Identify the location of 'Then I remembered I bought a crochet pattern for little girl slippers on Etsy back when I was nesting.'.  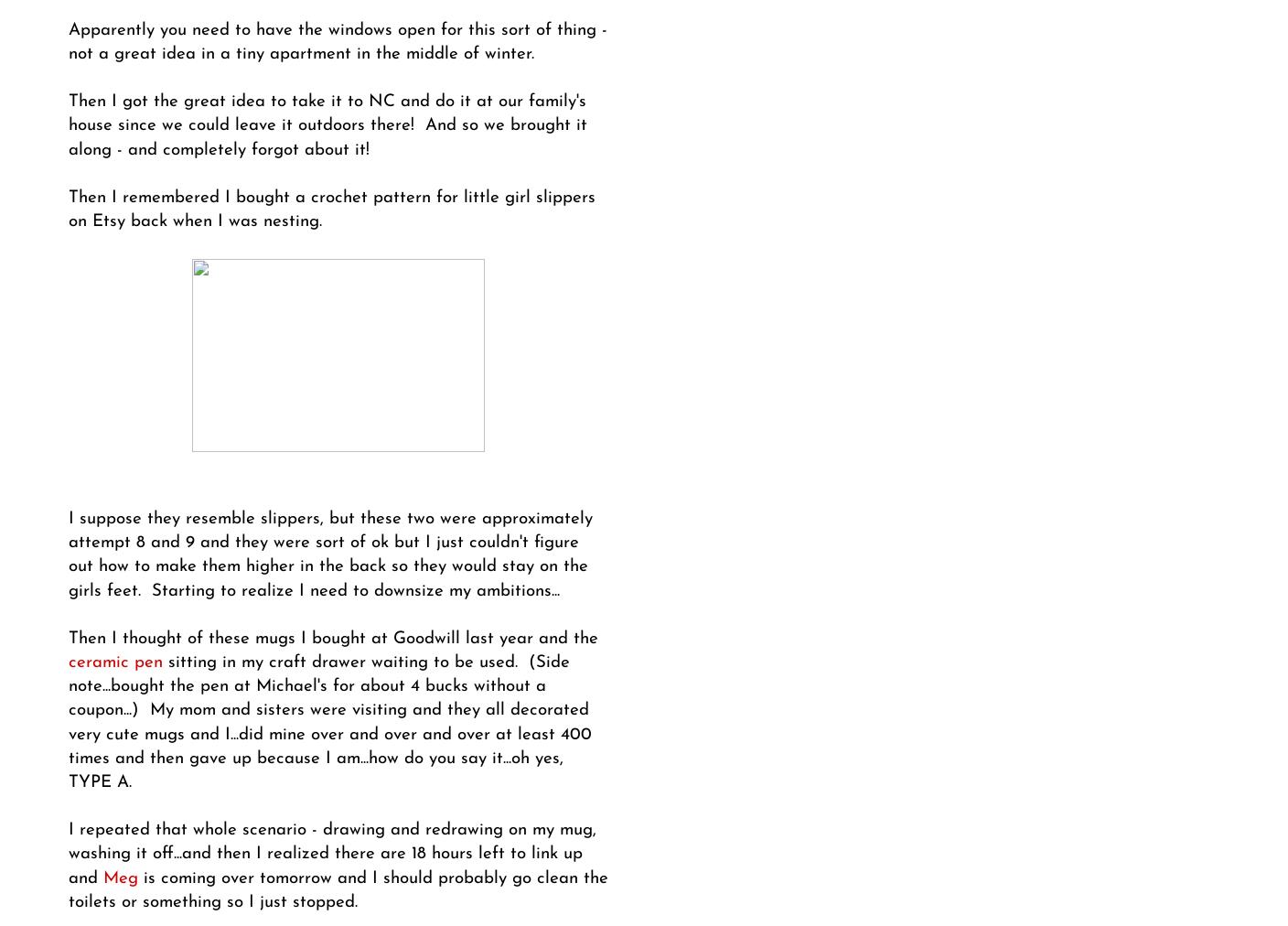
(330, 210).